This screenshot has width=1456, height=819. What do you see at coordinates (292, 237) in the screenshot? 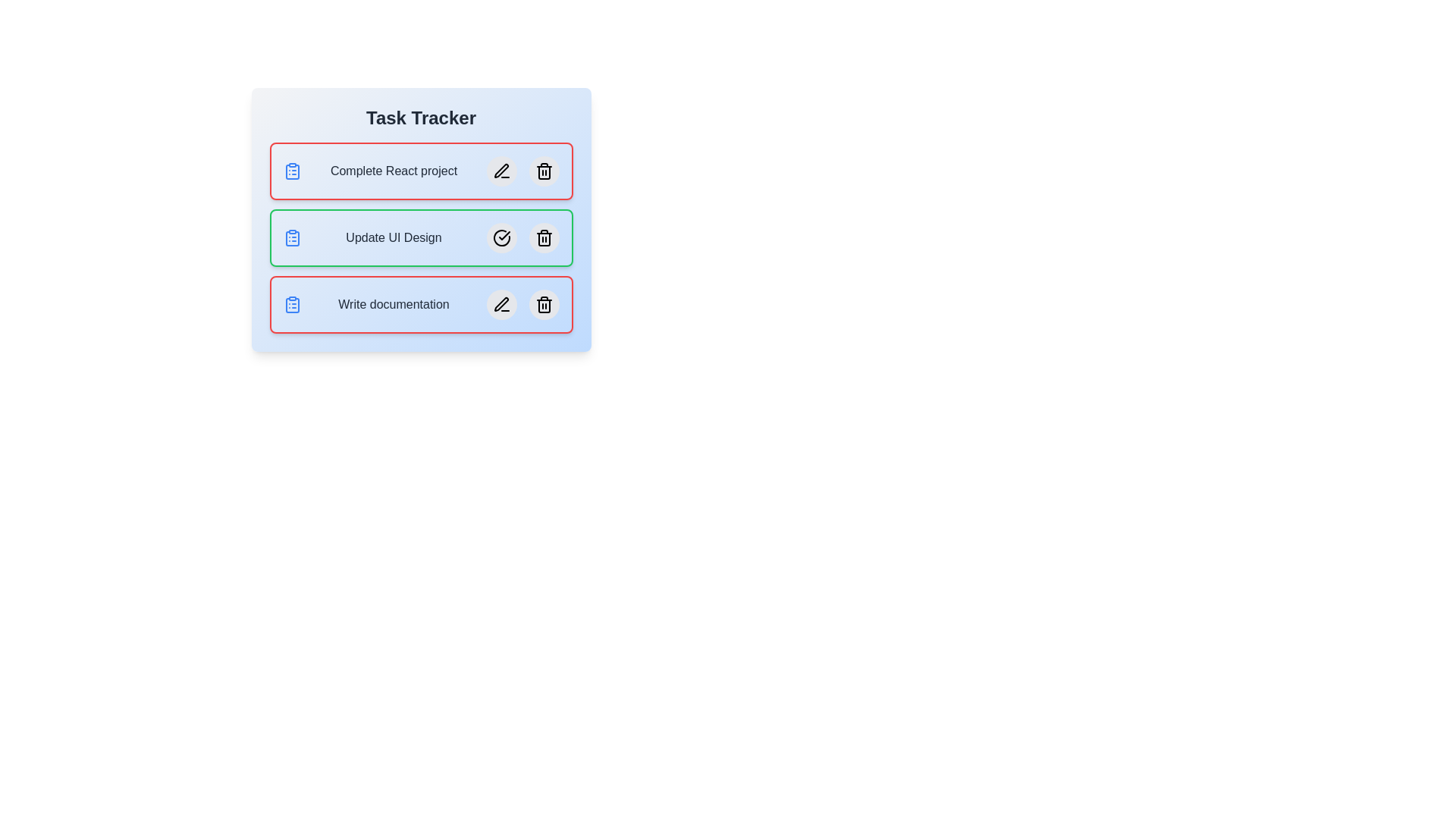
I see `the toggle icon of the task Update UI Design` at bounding box center [292, 237].